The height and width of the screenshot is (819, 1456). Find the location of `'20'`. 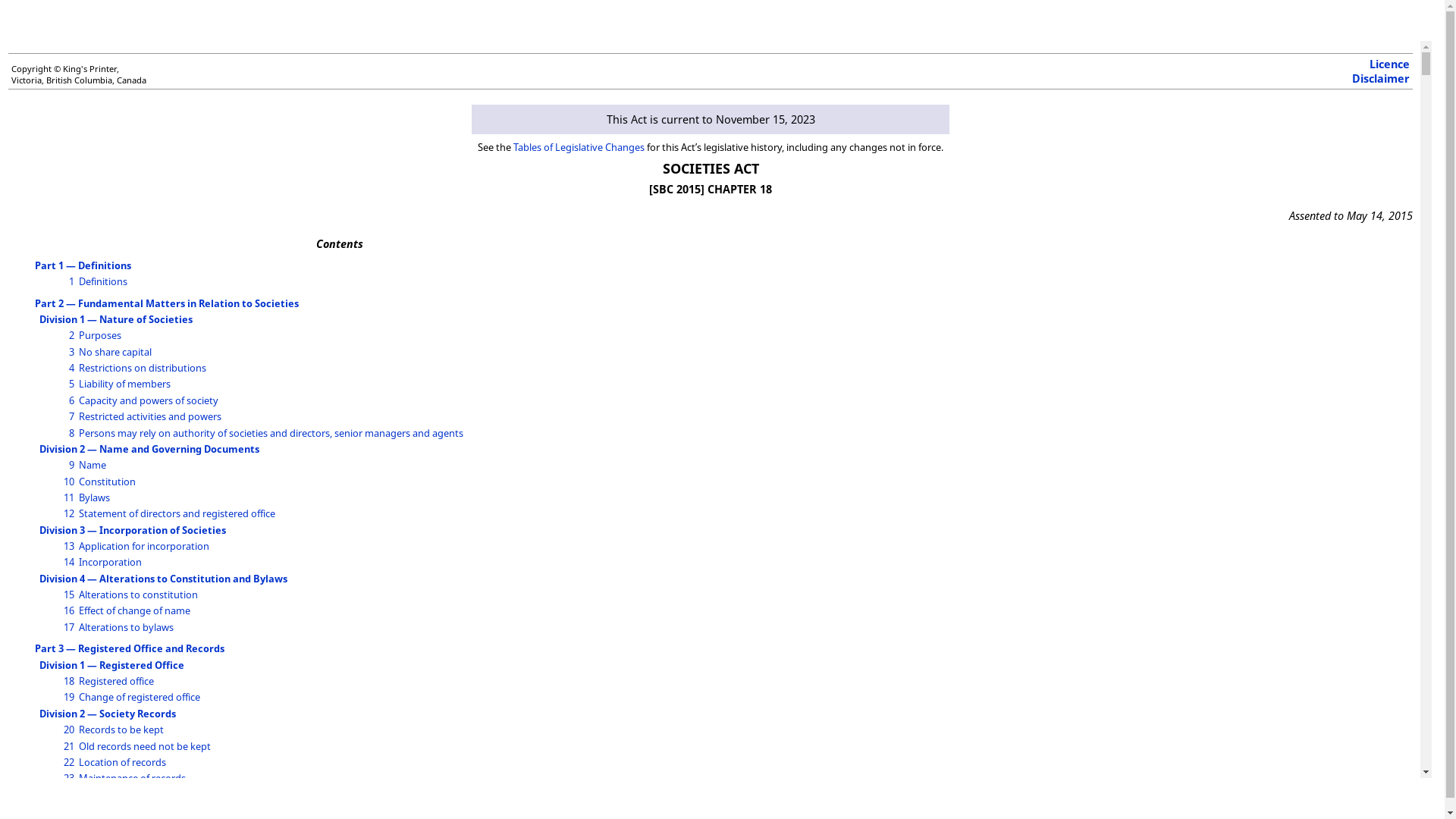

'20' is located at coordinates (68, 728).